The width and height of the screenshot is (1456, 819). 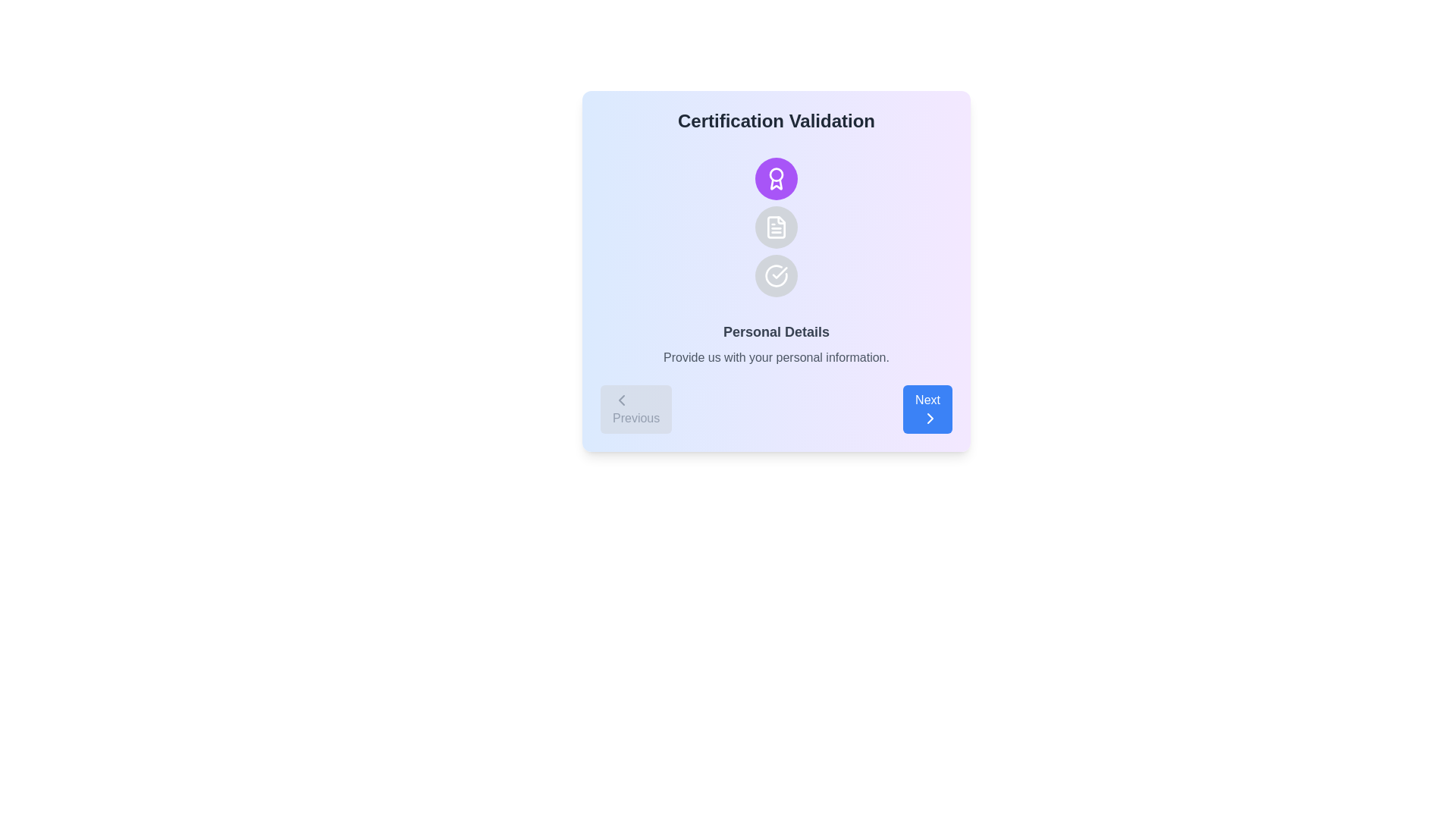 I want to click on the ribbon section of the award icon located in the 'Certification Validation' modal, so click(x=776, y=184).